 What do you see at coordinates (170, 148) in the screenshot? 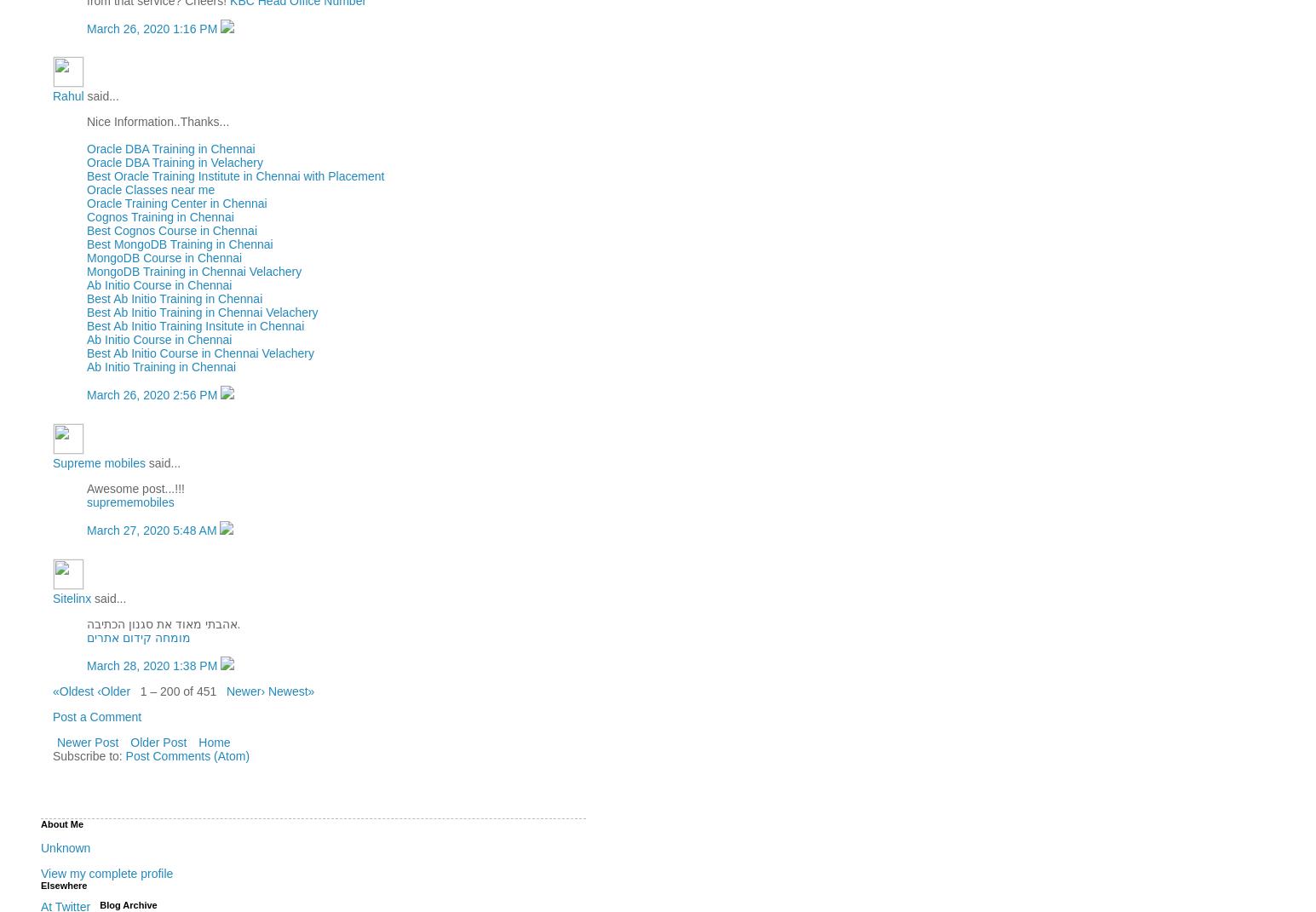
I see `'Oracle DBA Training in Chennai'` at bounding box center [170, 148].